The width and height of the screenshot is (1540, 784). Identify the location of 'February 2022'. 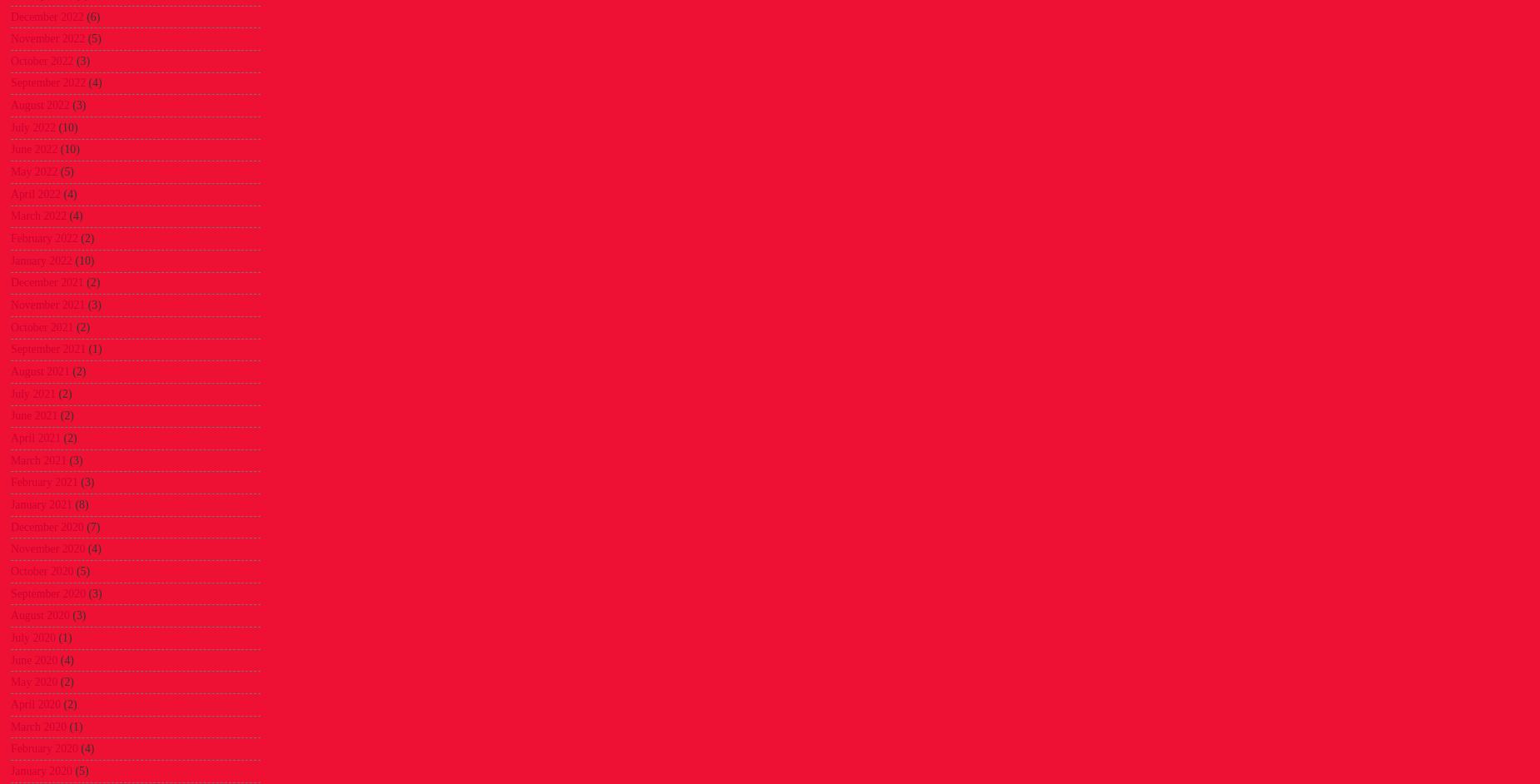
(42, 238).